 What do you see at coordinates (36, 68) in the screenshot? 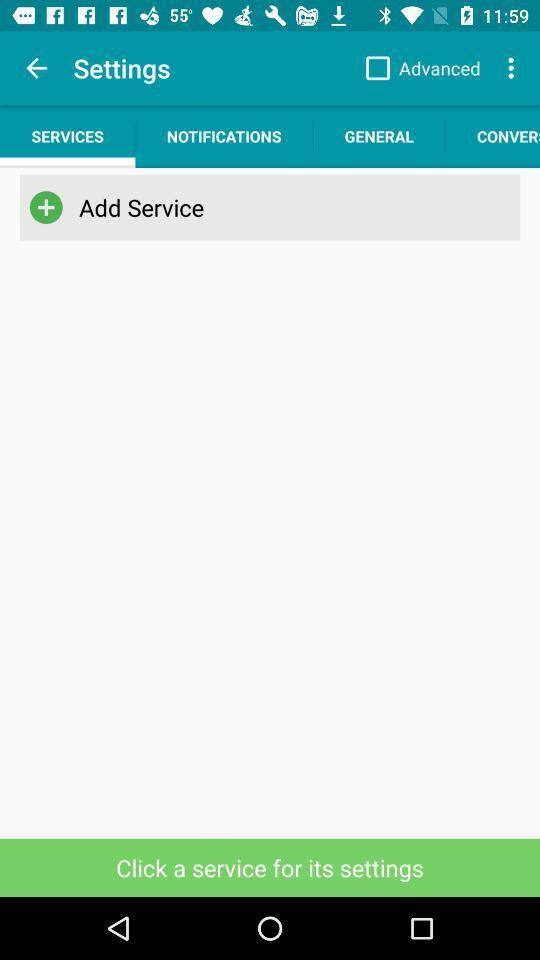
I see `the app above the services icon` at bounding box center [36, 68].